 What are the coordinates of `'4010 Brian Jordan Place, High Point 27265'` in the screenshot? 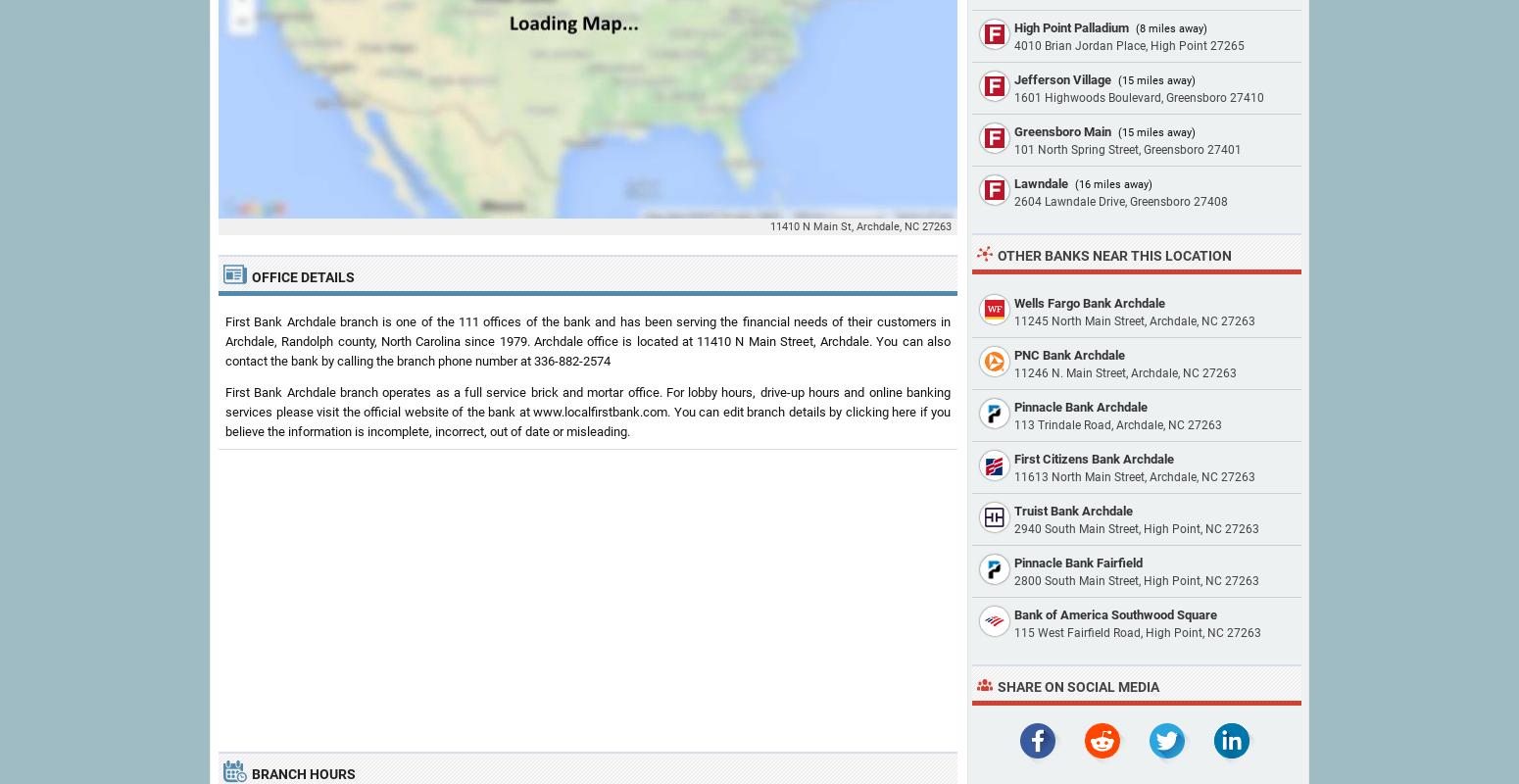 It's located at (1128, 45).